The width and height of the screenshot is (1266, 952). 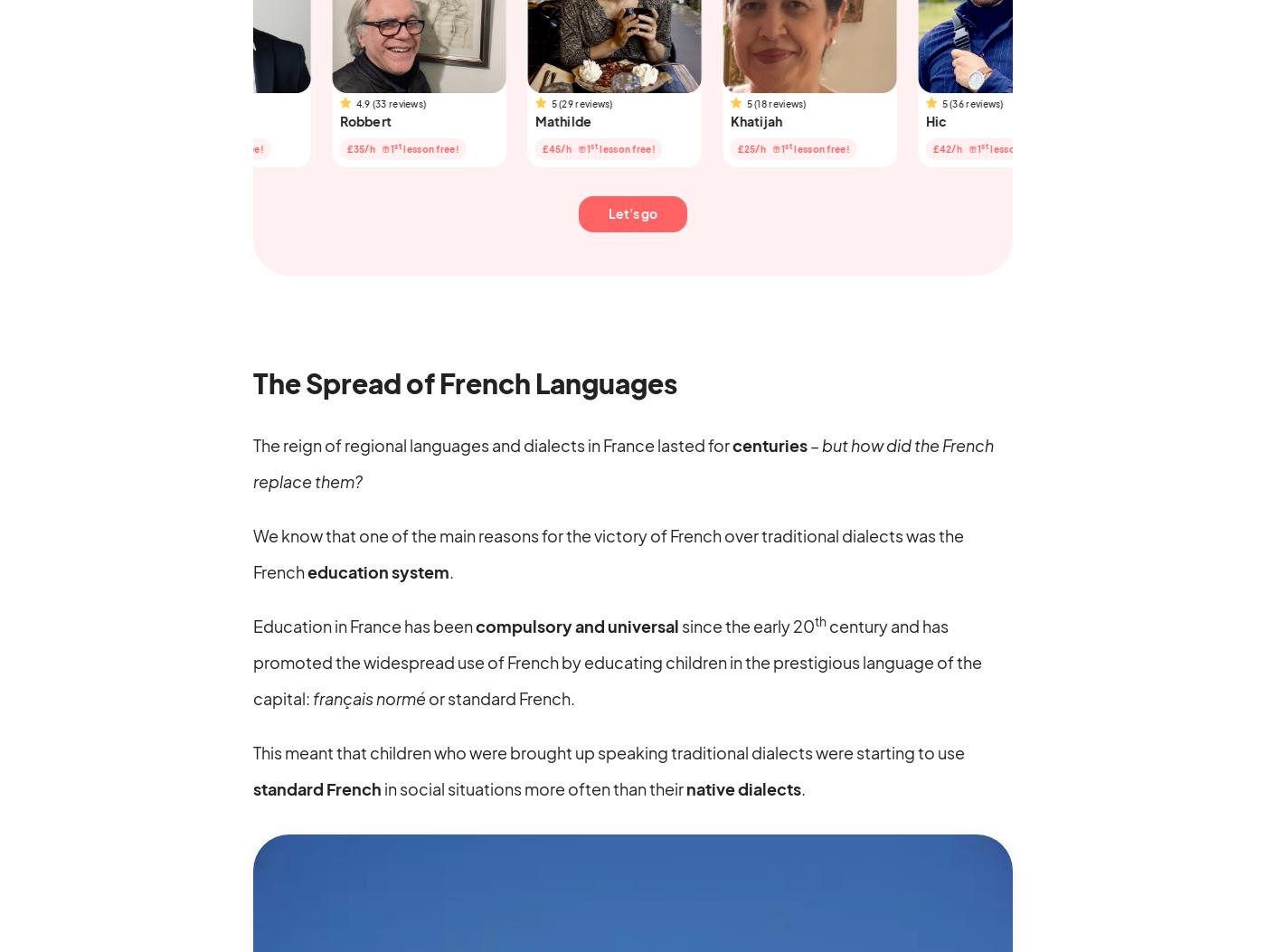 I want to click on 'çais norm', so click(x=342, y=697).